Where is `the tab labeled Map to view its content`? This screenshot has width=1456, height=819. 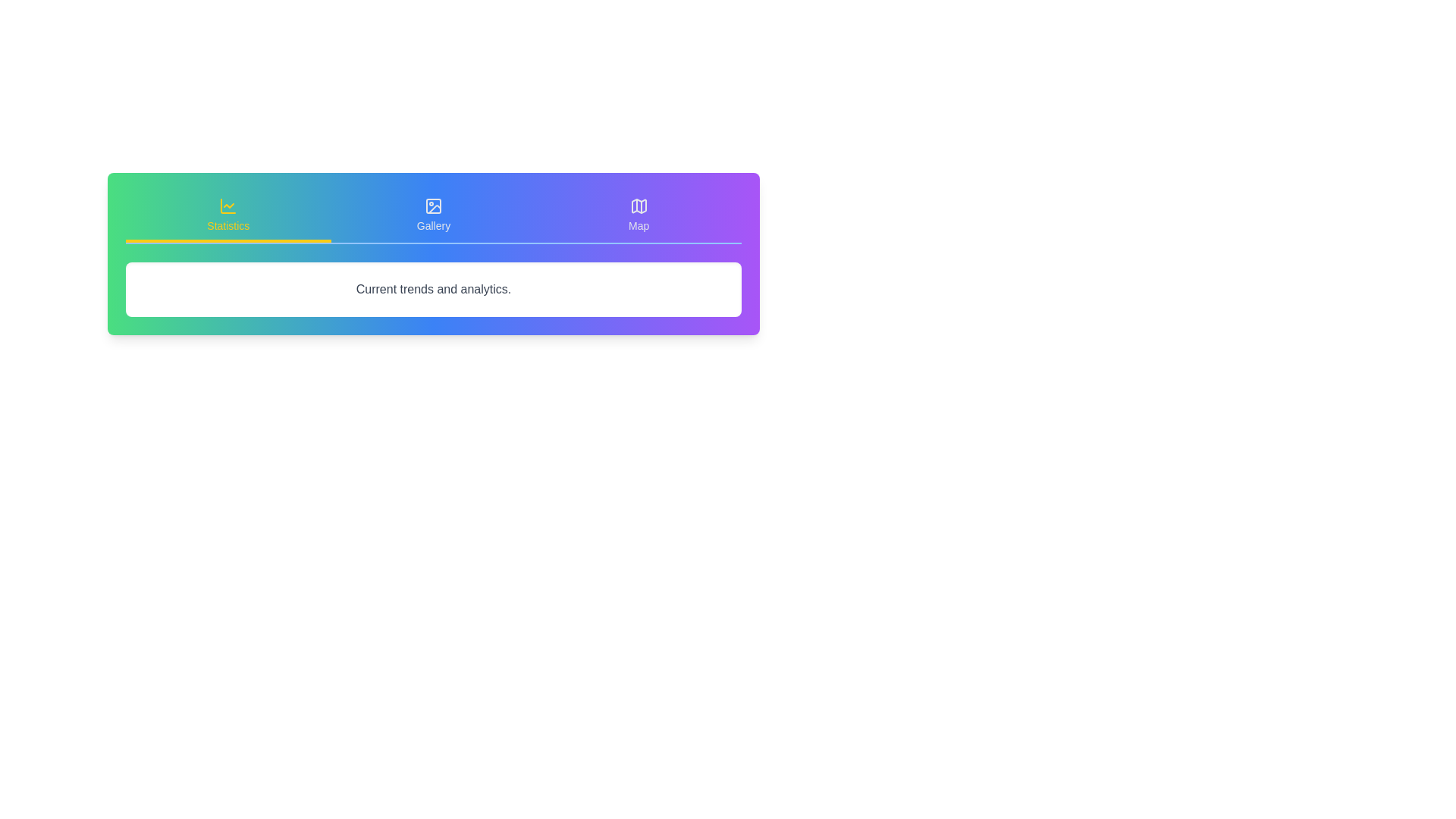
the tab labeled Map to view its content is located at coordinates (639, 216).